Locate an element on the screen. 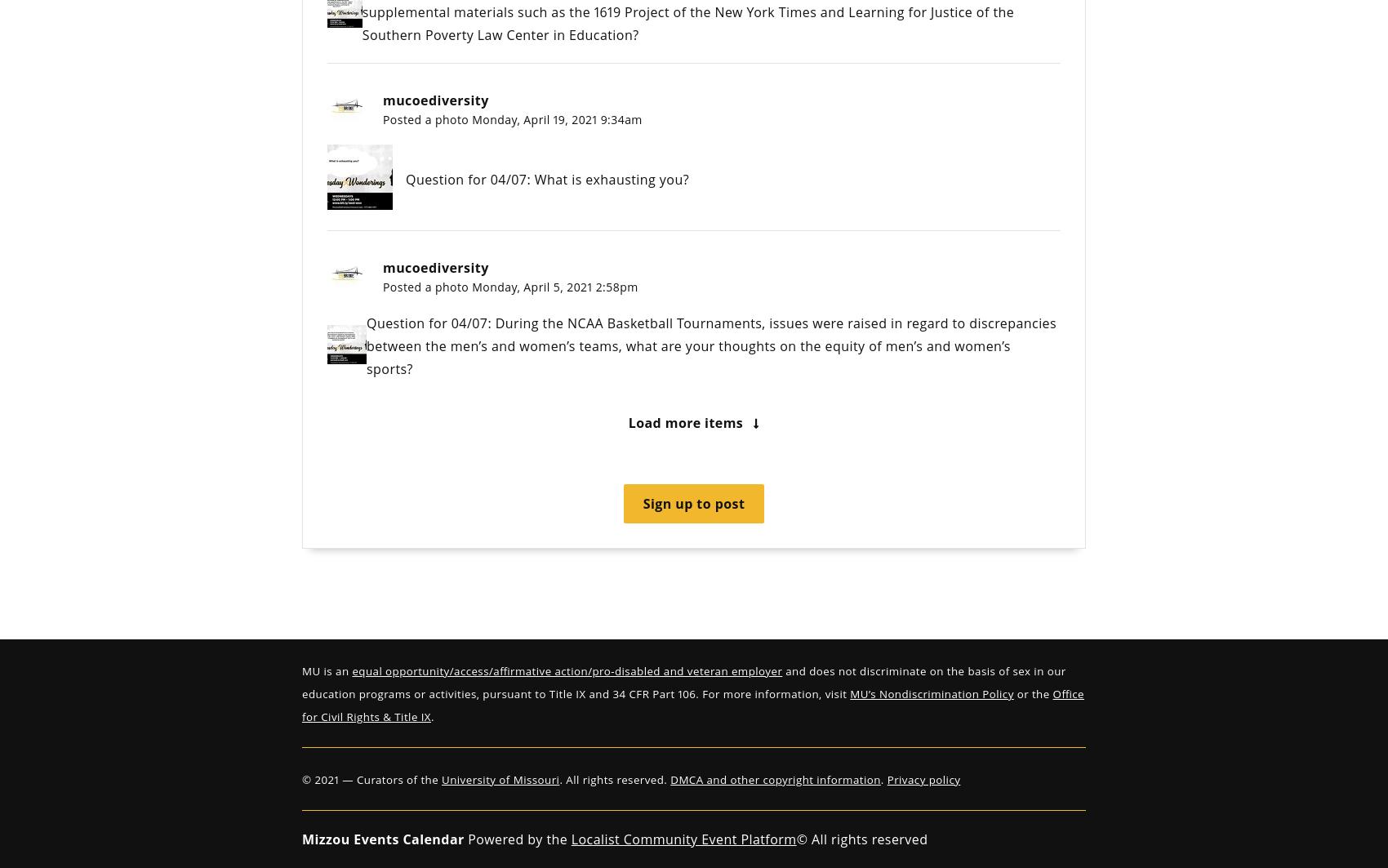 The height and width of the screenshot is (868, 1388). '— Curators of the' is located at coordinates (390, 778).